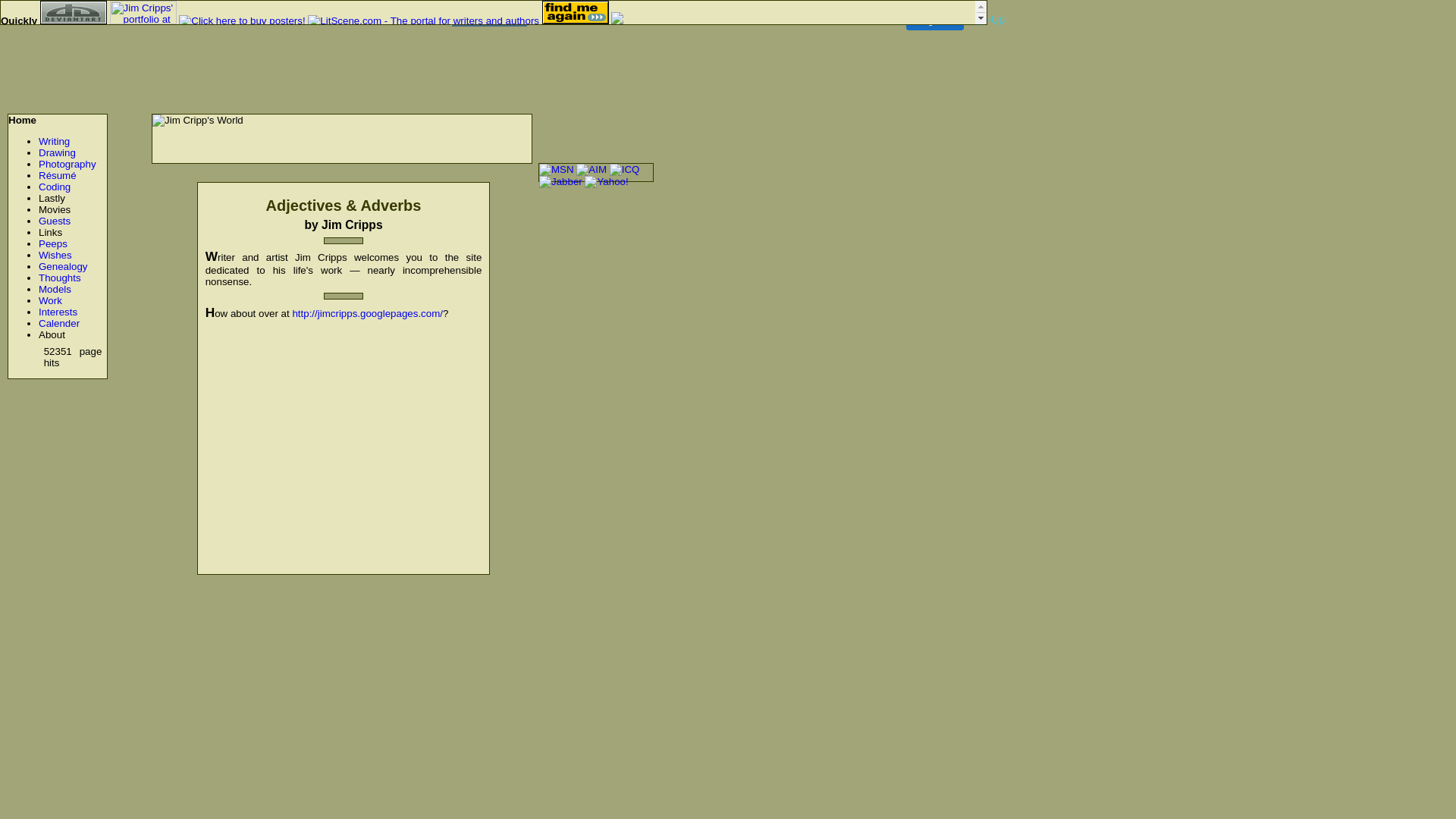 The height and width of the screenshot is (819, 1456). I want to click on 'Coding', so click(39, 186).